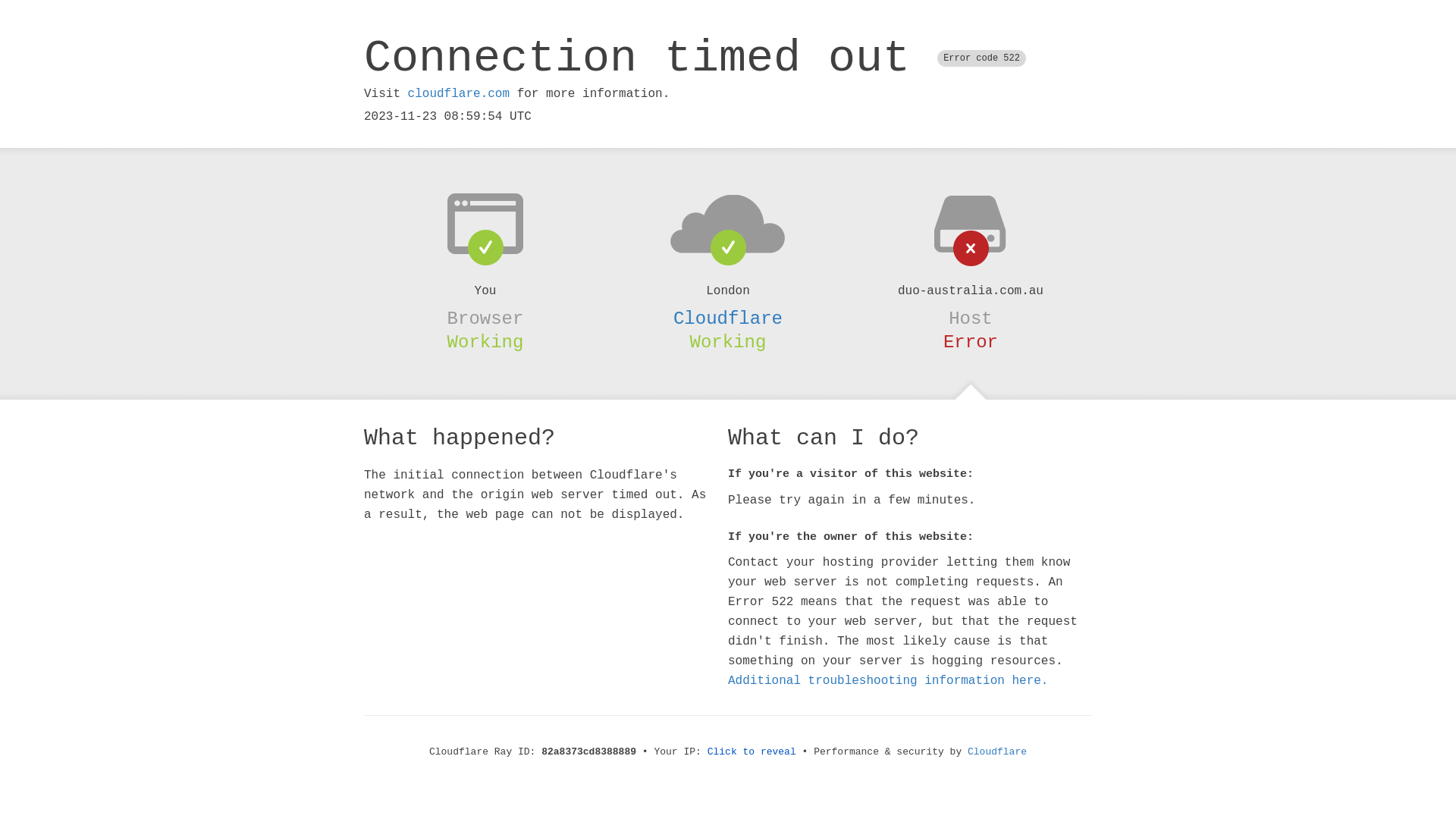 Image resolution: width=1456 pixels, height=819 pixels. What do you see at coordinates (457, 93) in the screenshot?
I see `'cloudflare.com'` at bounding box center [457, 93].